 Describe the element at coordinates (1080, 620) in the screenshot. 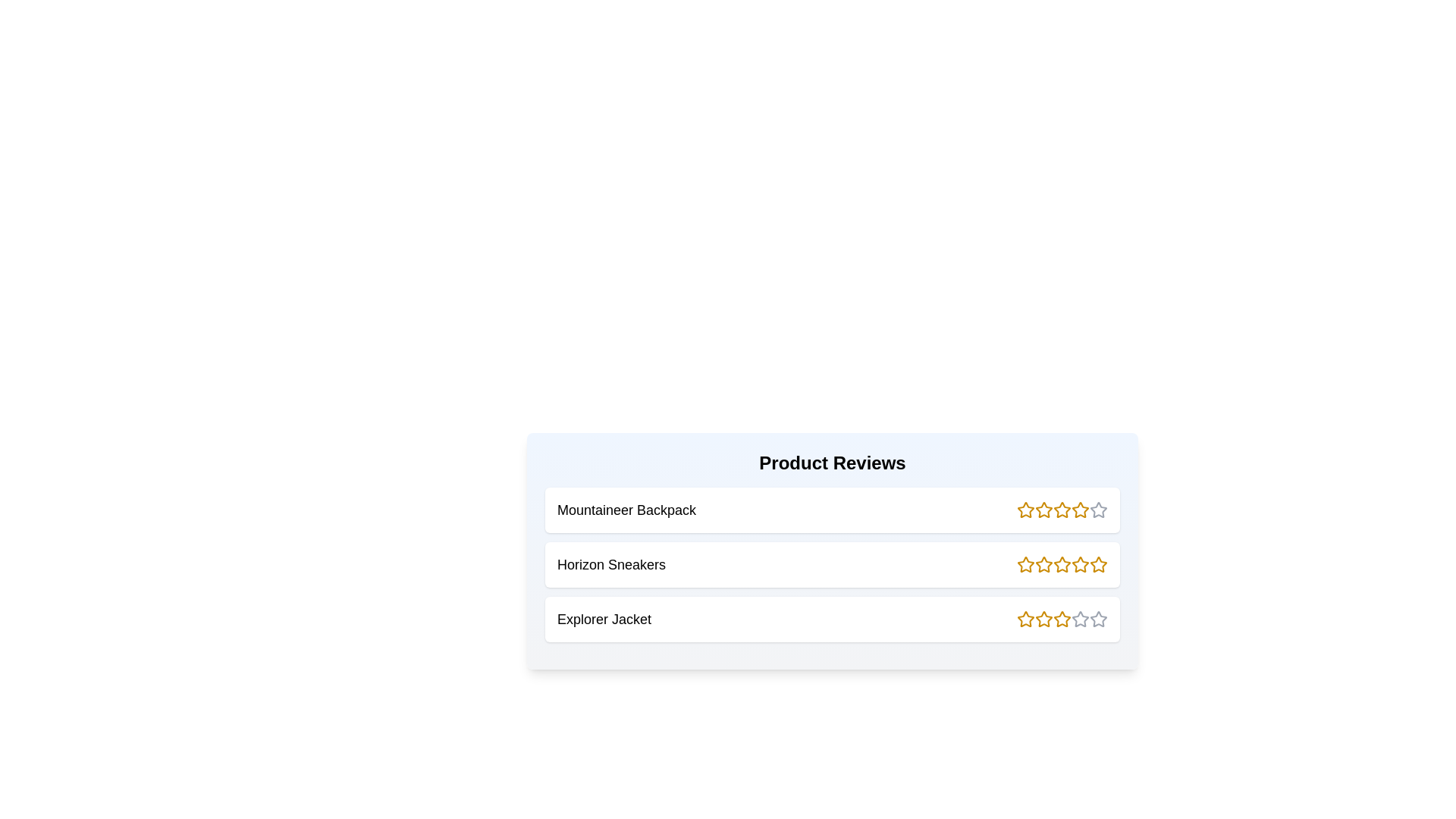

I see `the rating of a product to 4 stars by clicking the corresponding star icon for the product Explorer Jacket` at that location.